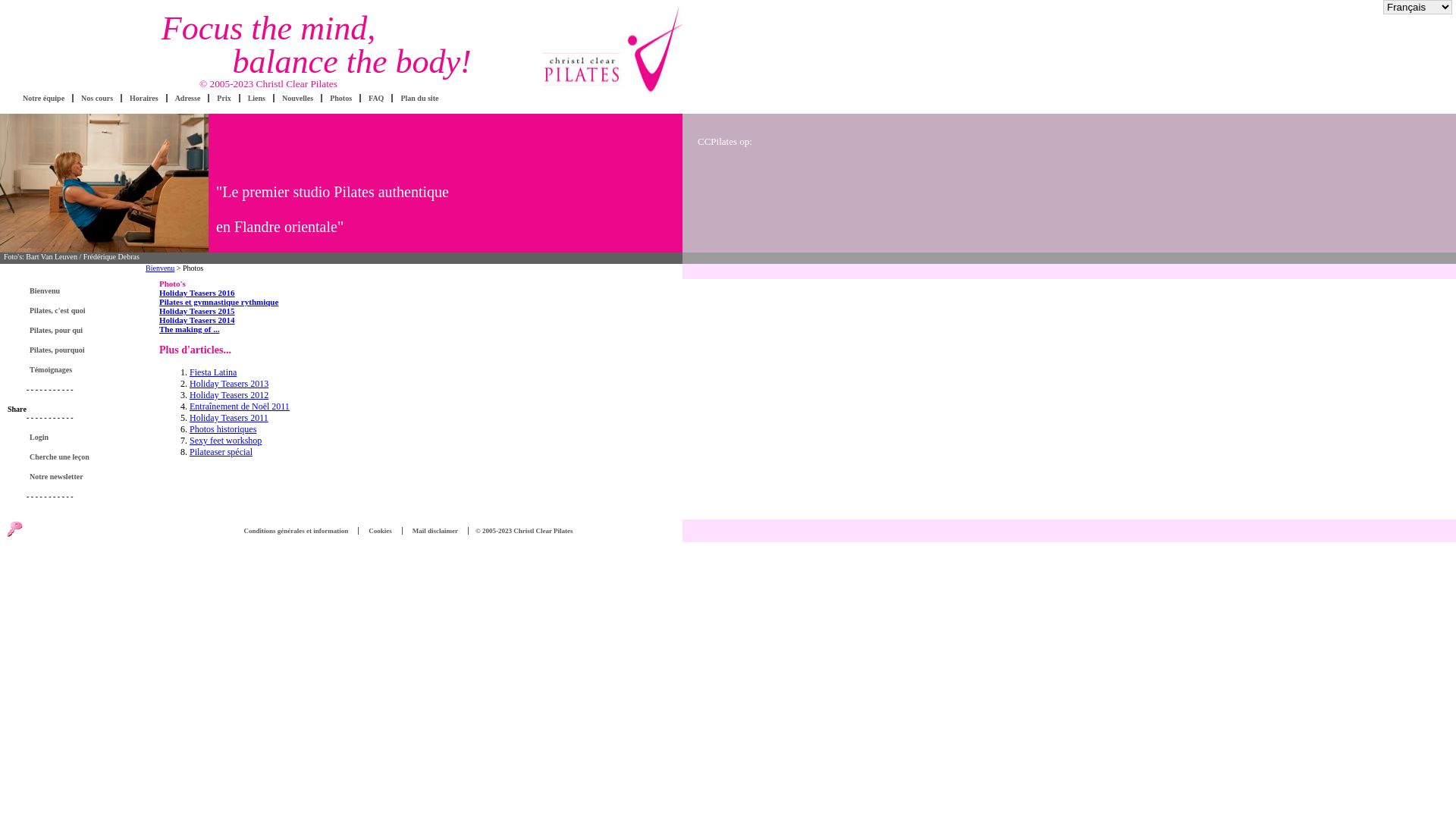 The image size is (1456, 819). Describe the element at coordinates (375, 98) in the screenshot. I see `'FAQ'` at that location.